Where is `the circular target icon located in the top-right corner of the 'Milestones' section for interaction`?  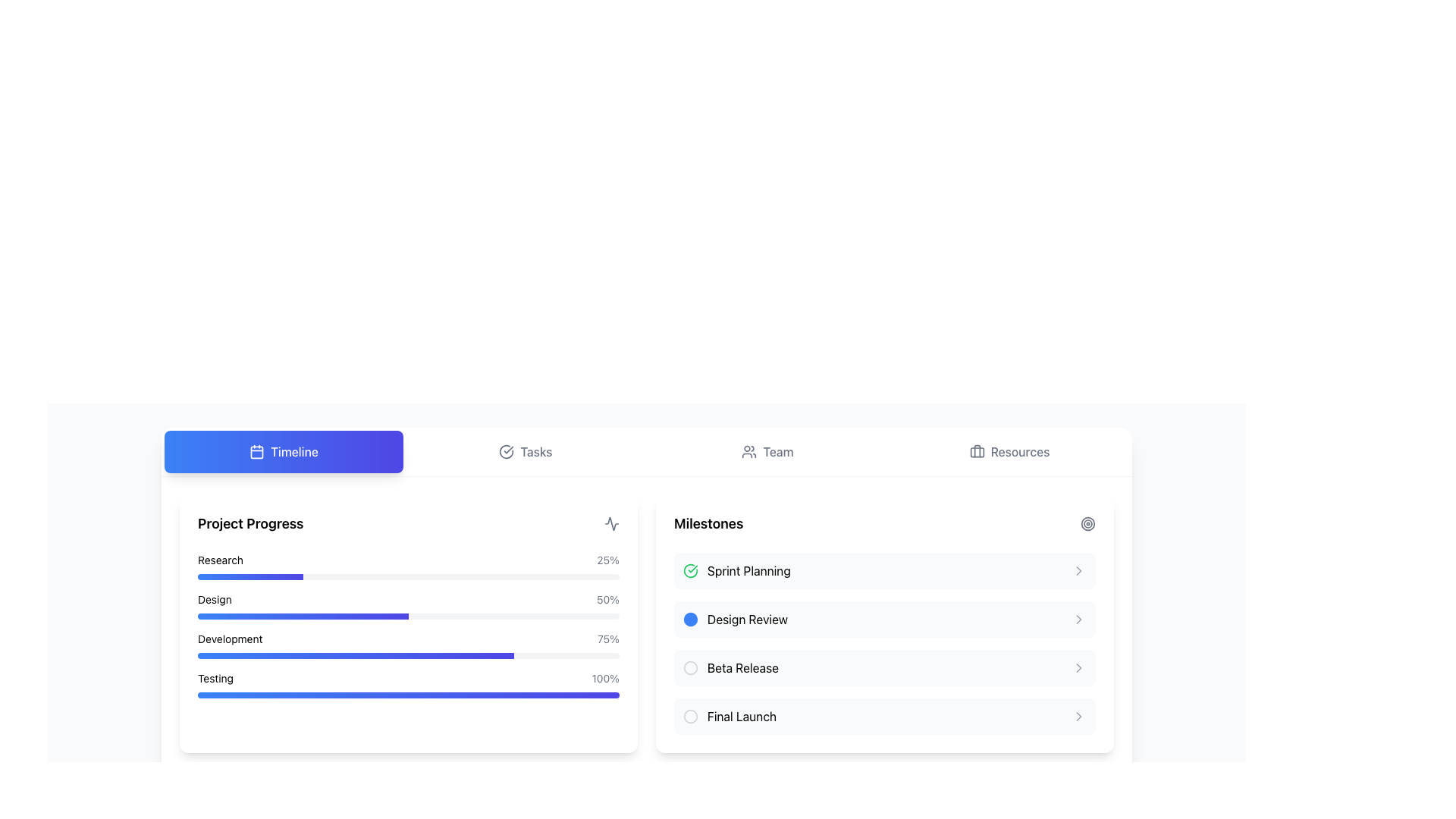 the circular target icon located in the top-right corner of the 'Milestones' section for interaction is located at coordinates (1087, 522).